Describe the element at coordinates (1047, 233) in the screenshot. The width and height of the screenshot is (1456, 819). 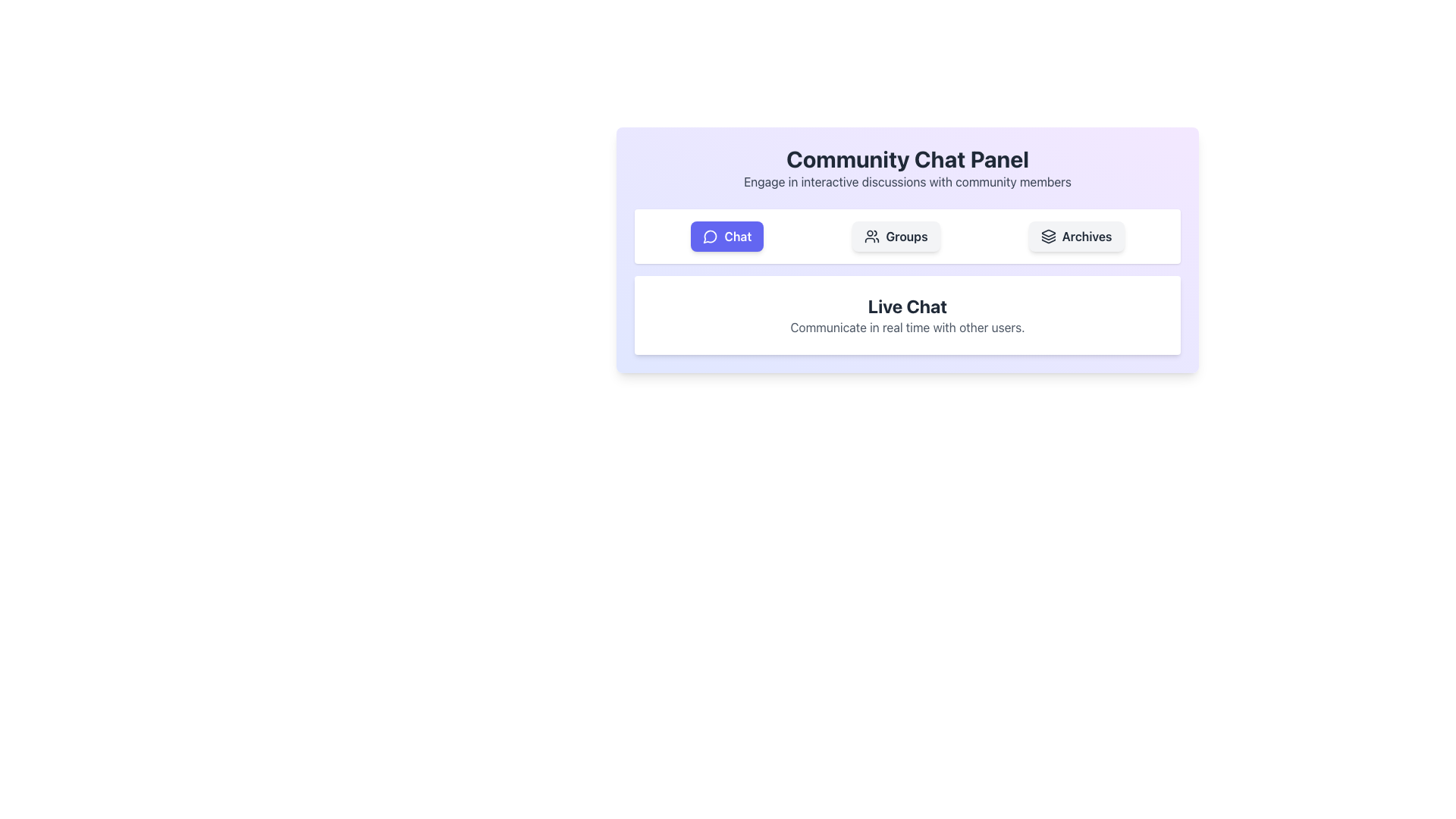
I see `the topmost layer of the stacked vector icon, representing grouped content, if interactivity is enabled` at that location.